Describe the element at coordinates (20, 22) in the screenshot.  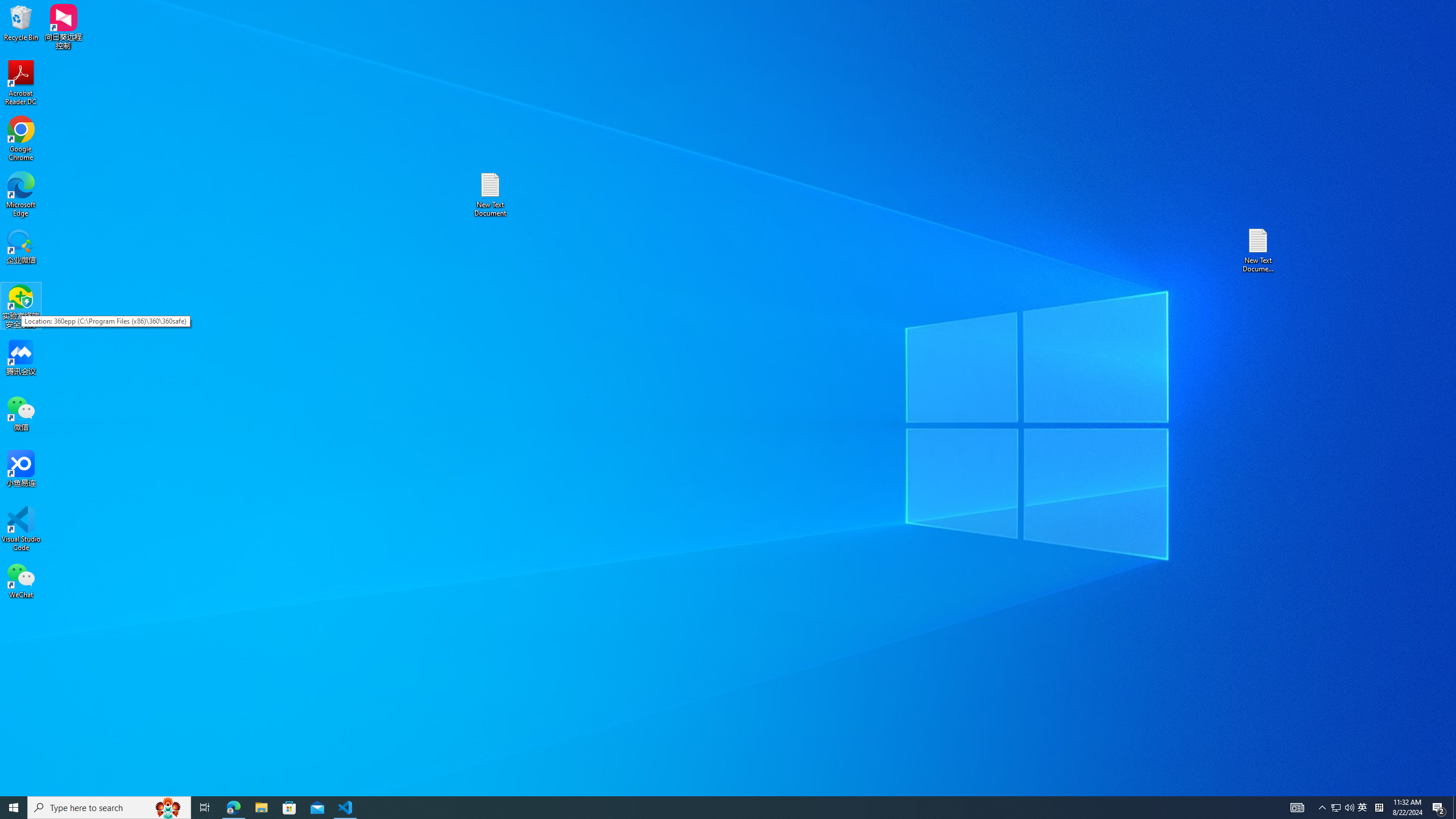
I see `'Recycle Bin'` at that location.